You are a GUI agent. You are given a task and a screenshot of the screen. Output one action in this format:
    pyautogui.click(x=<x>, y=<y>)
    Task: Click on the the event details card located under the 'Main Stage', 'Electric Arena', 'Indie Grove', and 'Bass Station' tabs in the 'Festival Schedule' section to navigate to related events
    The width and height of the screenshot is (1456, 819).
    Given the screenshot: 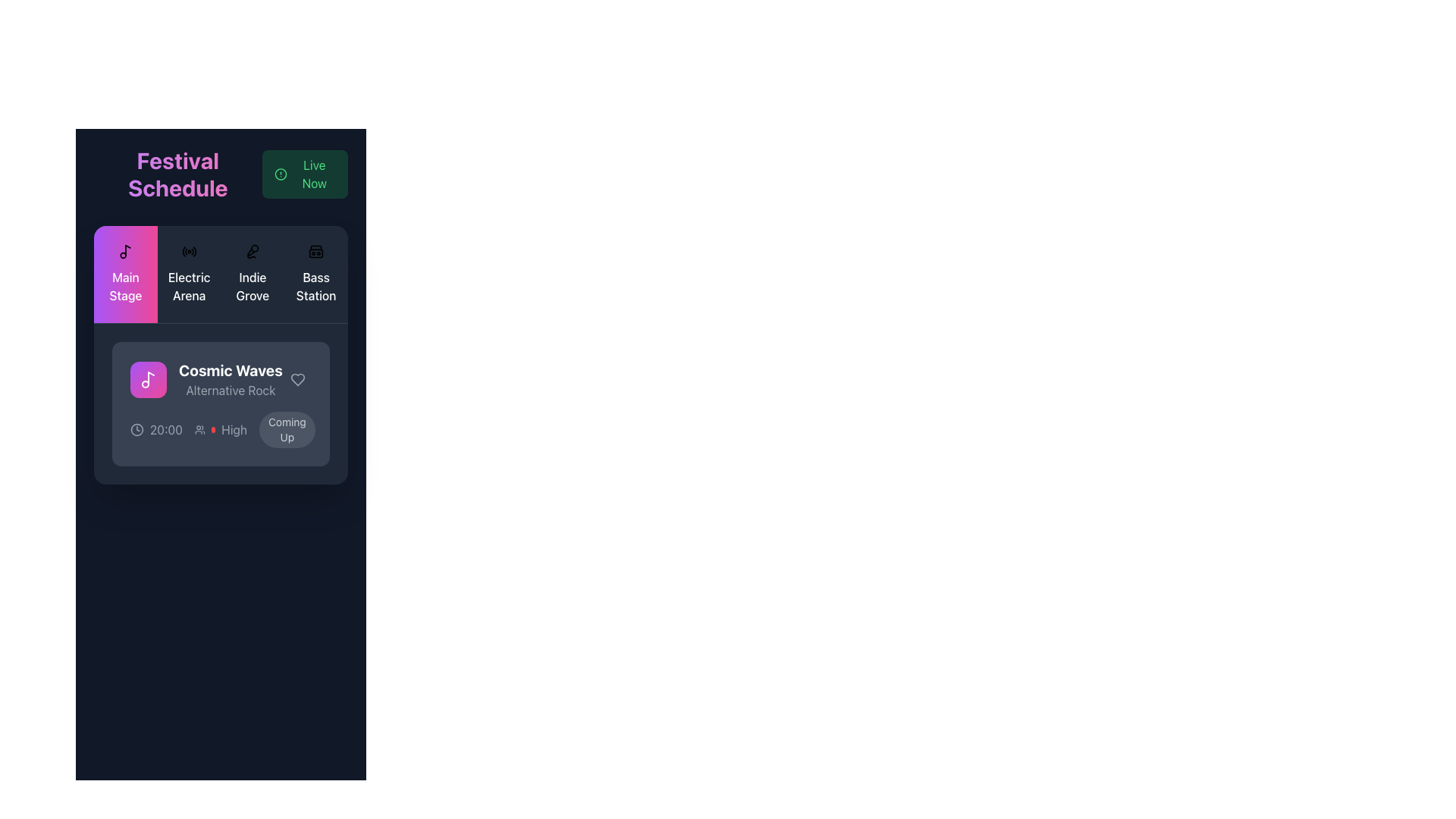 What is the action you would take?
    pyautogui.click(x=220, y=355)
    